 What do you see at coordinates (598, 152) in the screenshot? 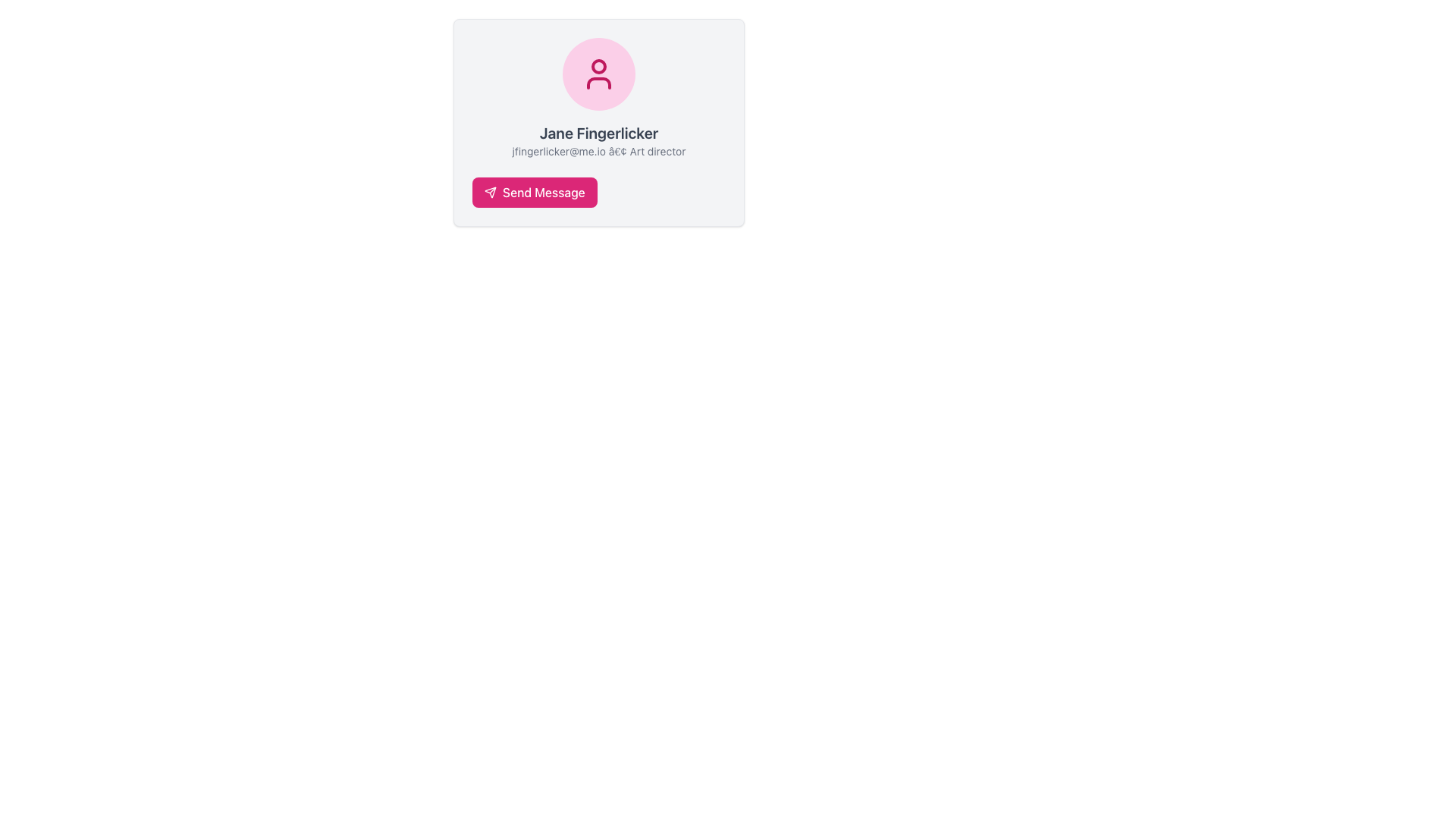
I see `the text label displaying 'jfingerlicker@me.io • Art director', which is located below 'Jane Fingerlicker' and above the 'Send Message' button` at bounding box center [598, 152].